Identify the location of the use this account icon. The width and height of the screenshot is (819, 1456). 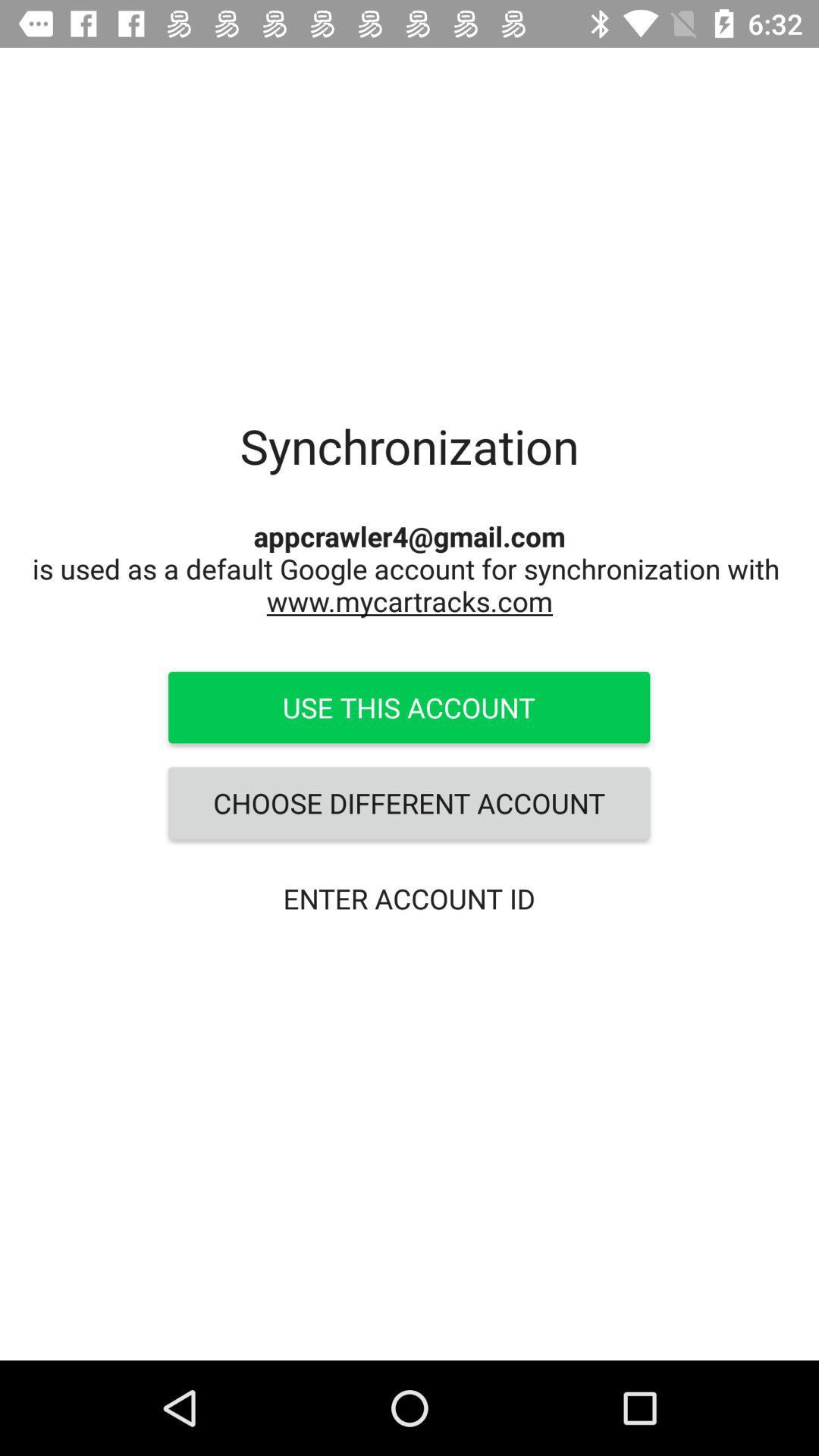
(408, 706).